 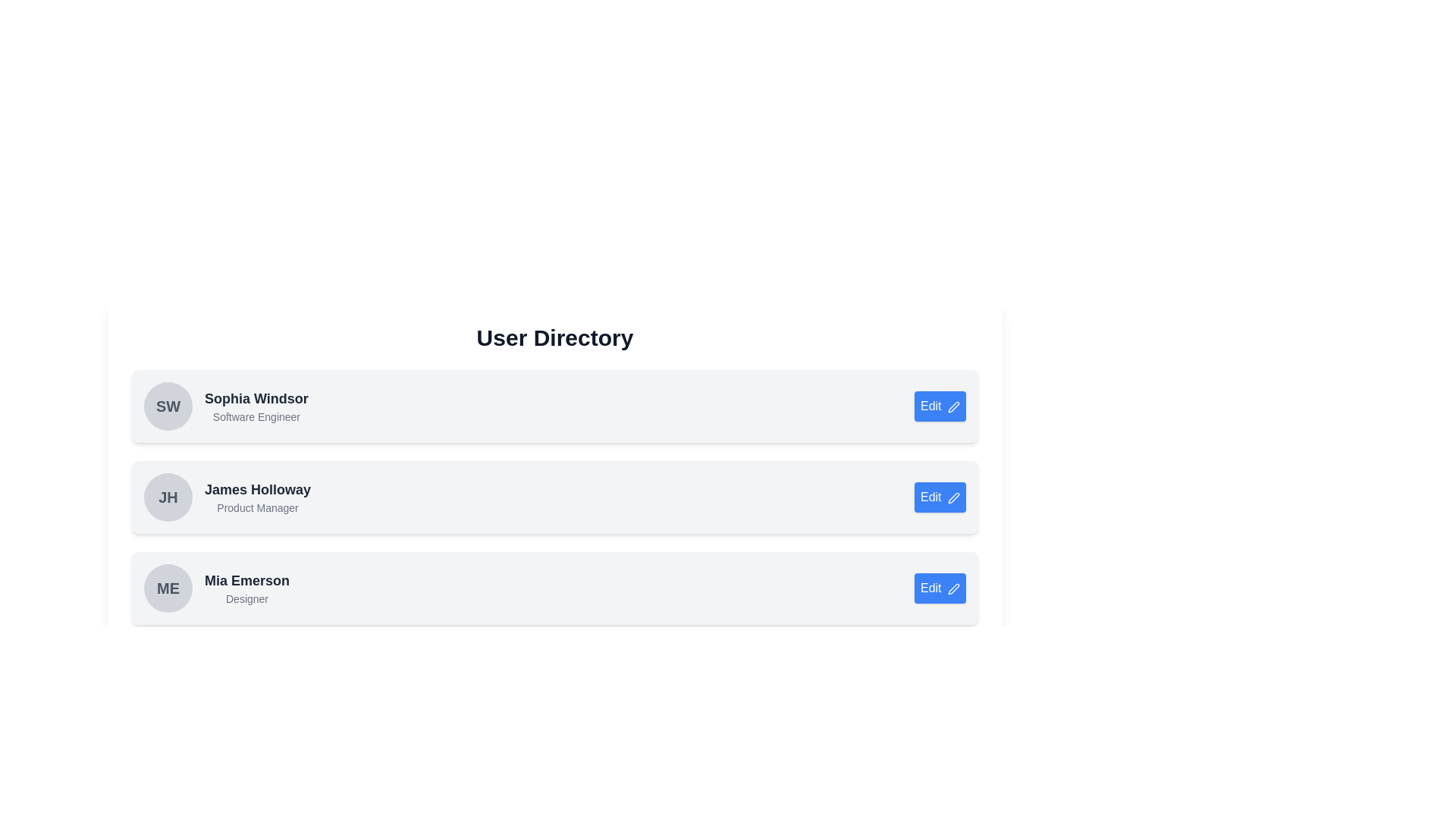 What do you see at coordinates (168, 587) in the screenshot?
I see `the circular Avatar placeholder with a light gray background and 'ME' text, located in the third row of the user listing component, to the left of 'Mia Emerson' and 'Designer'` at bounding box center [168, 587].